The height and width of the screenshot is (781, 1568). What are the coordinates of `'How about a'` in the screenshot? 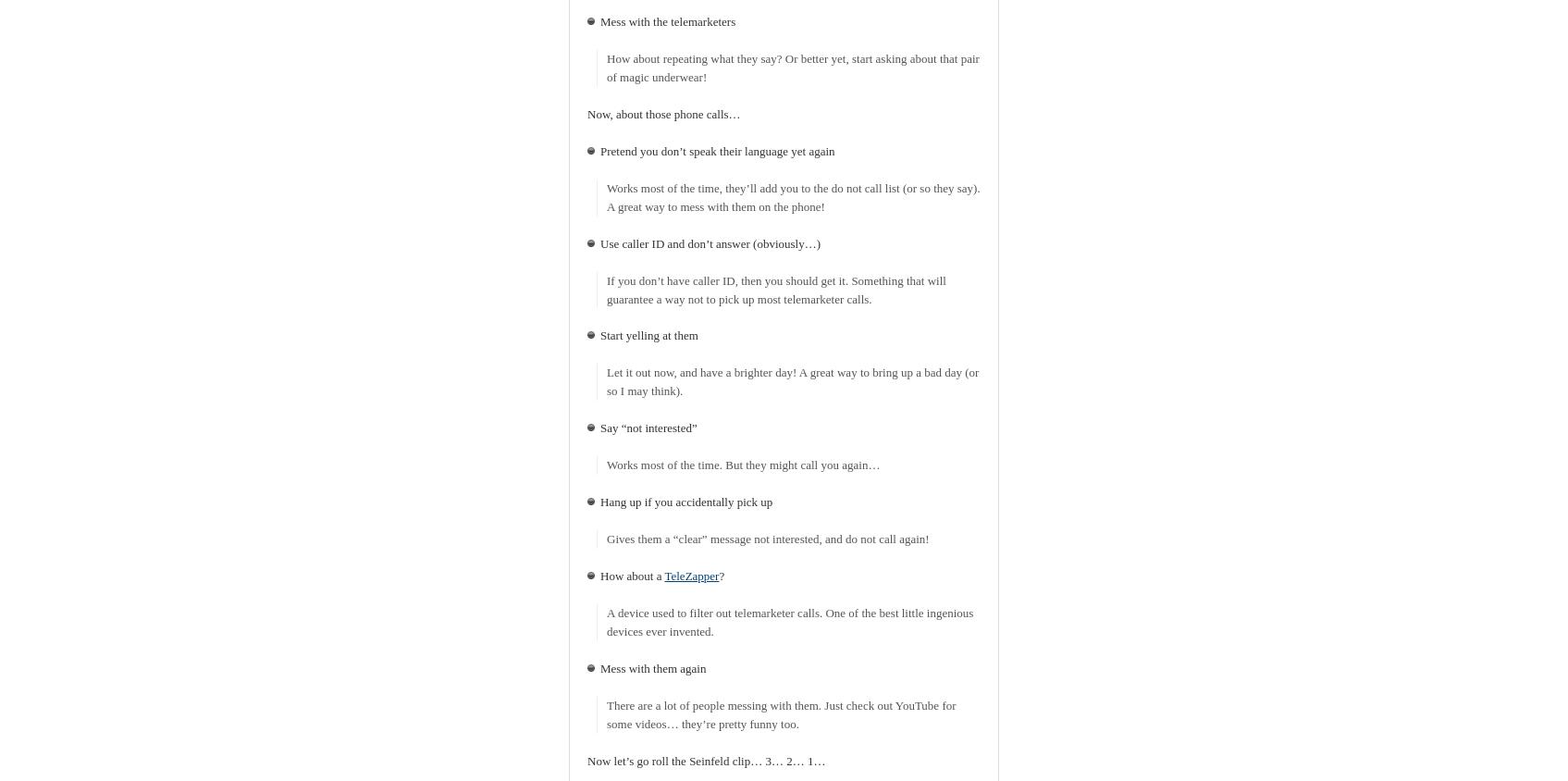 It's located at (599, 576).